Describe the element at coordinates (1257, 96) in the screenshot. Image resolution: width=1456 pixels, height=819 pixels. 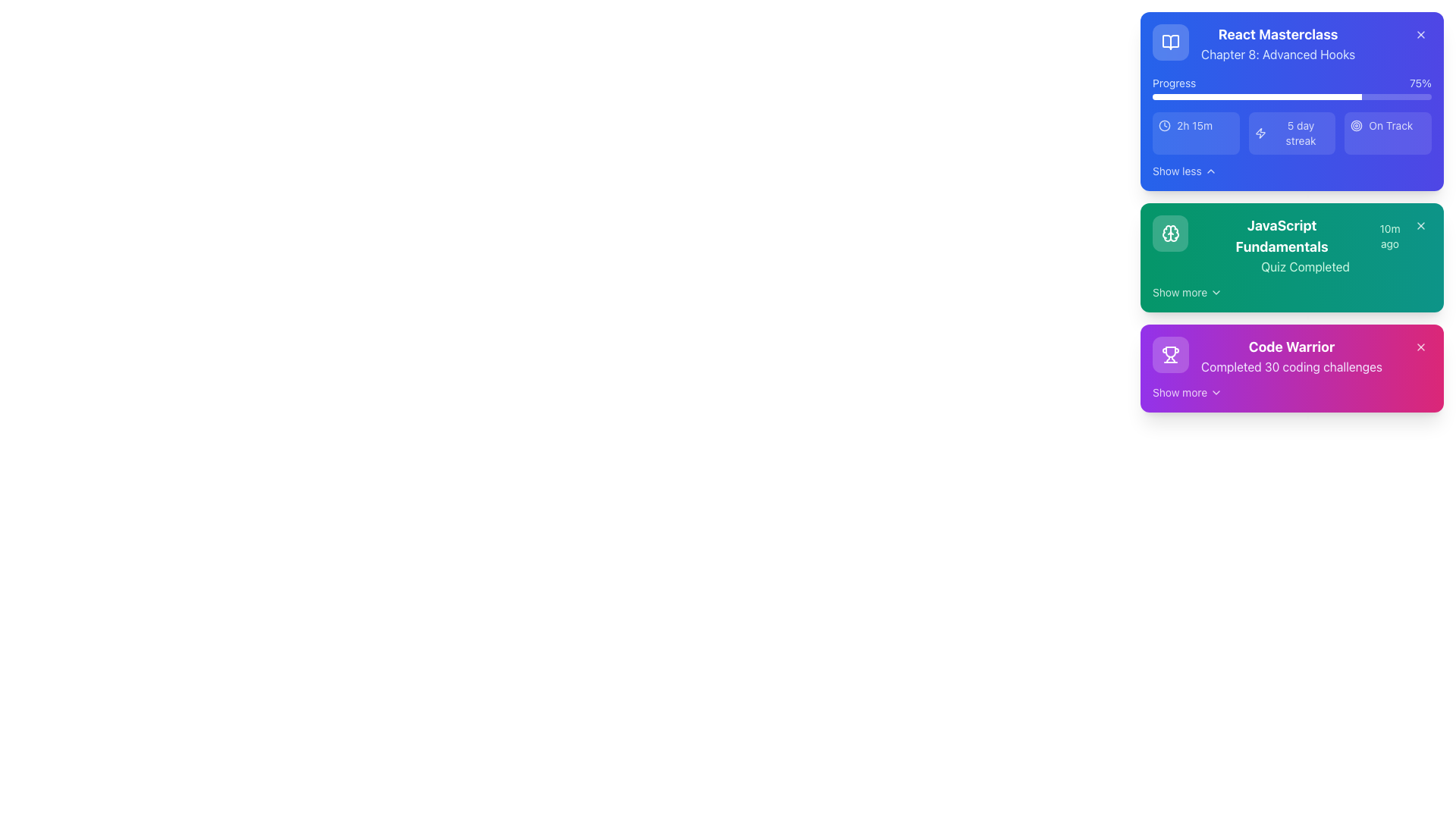
I see `visual representation of the progress indicator showing 75% completion in the 'React Masterclass' progress bar located in the upper right card` at that location.